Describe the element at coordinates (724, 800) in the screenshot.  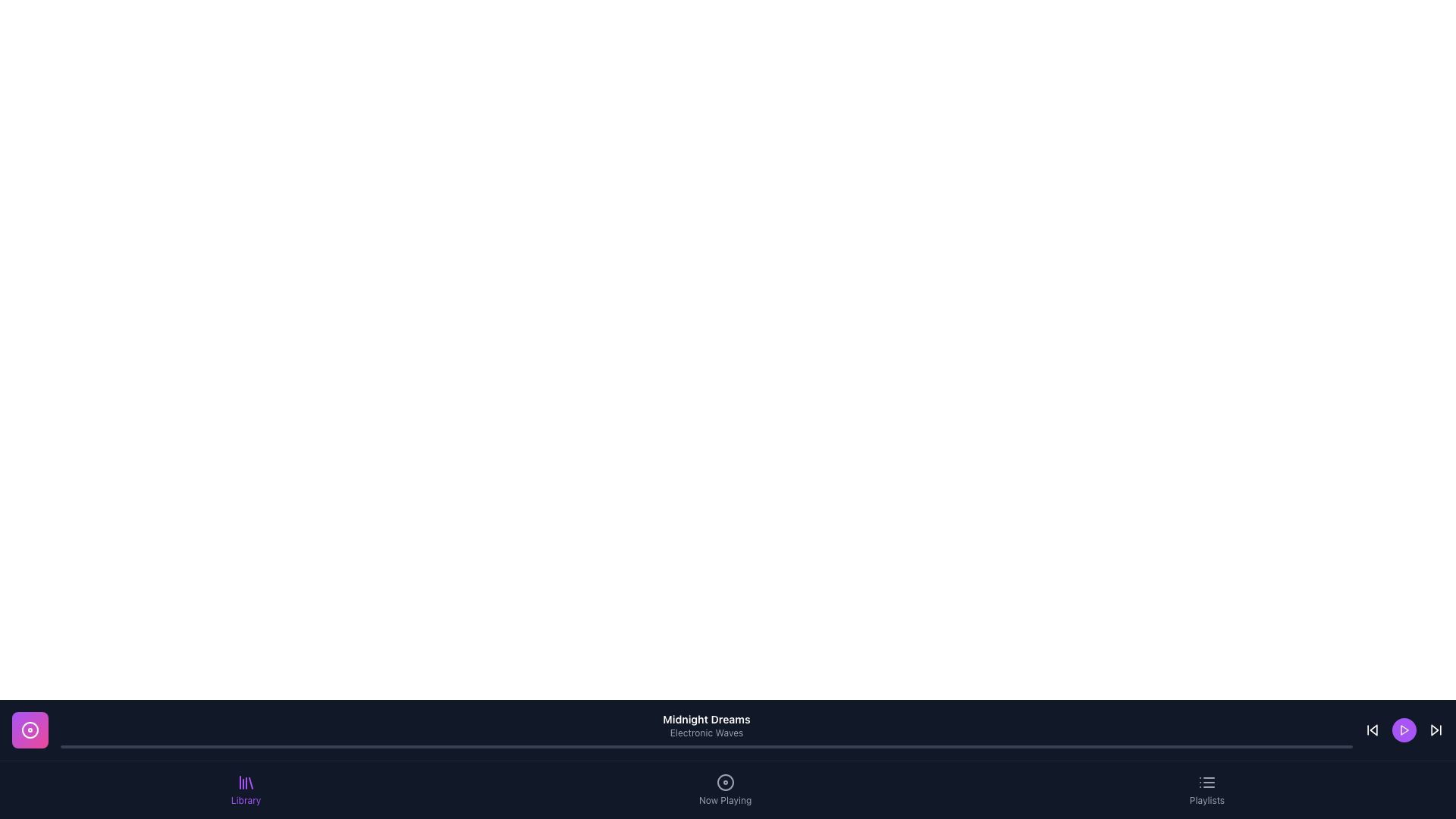
I see `the static label displaying 'Now Playing' which is styled in gray color and positioned beneath a circular graphical icon in the bottom navigation bar` at that location.